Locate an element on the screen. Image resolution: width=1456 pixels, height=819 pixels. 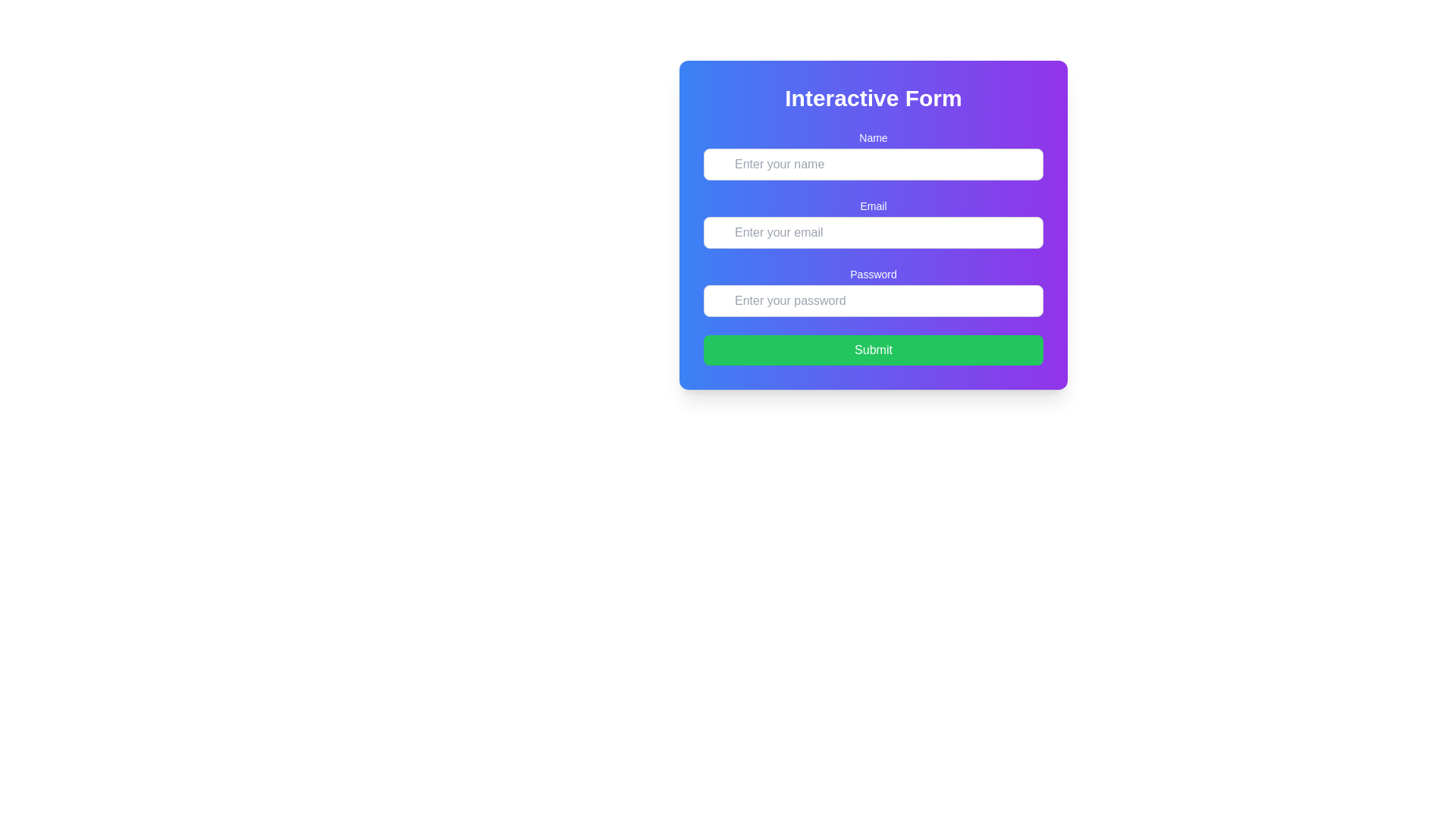
the name input field located beneath the 'Interactive Form' heading is located at coordinates (874, 155).